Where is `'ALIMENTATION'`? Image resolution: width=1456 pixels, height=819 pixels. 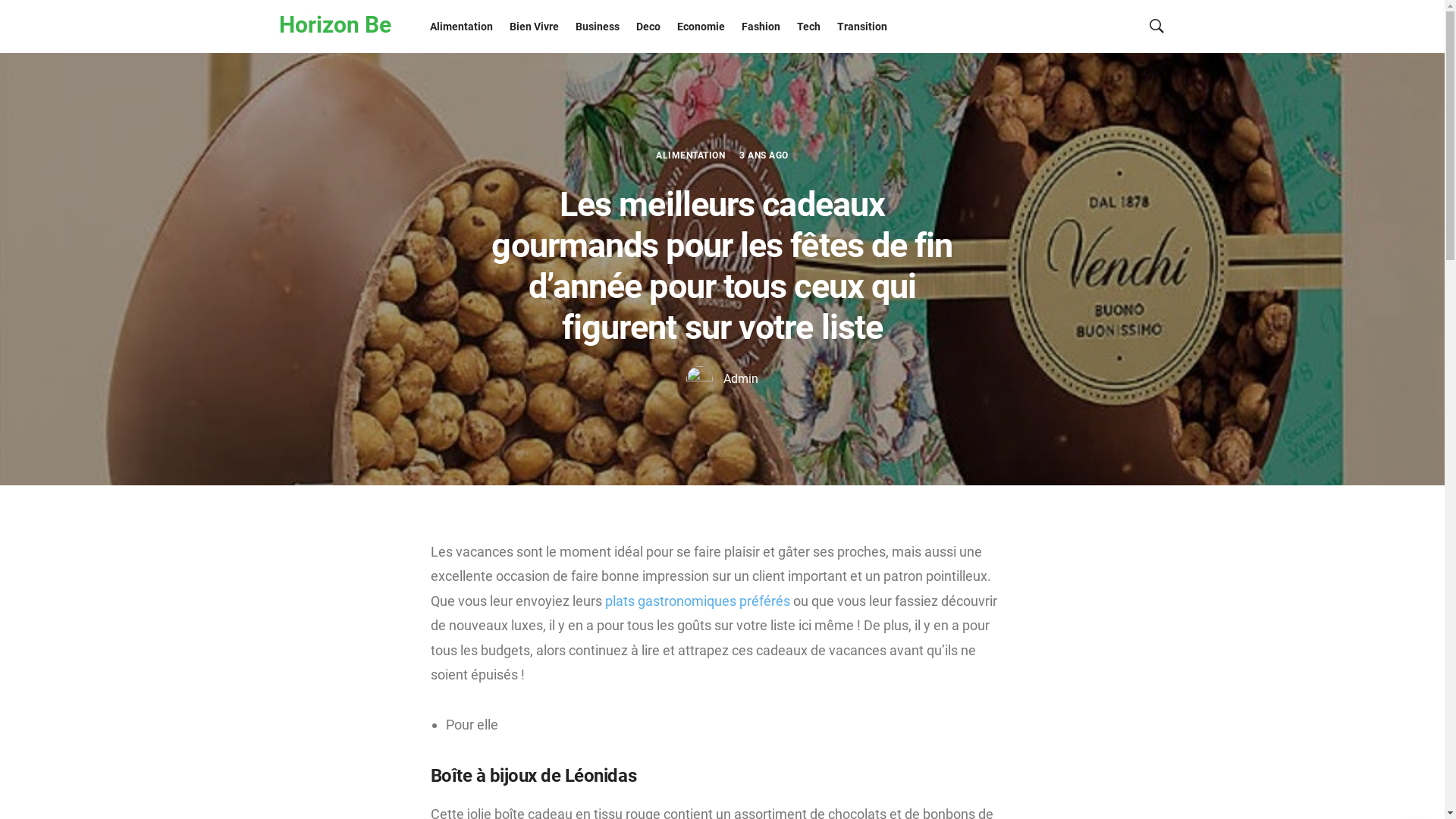 'ALIMENTATION' is located at coordinates (689, 155).